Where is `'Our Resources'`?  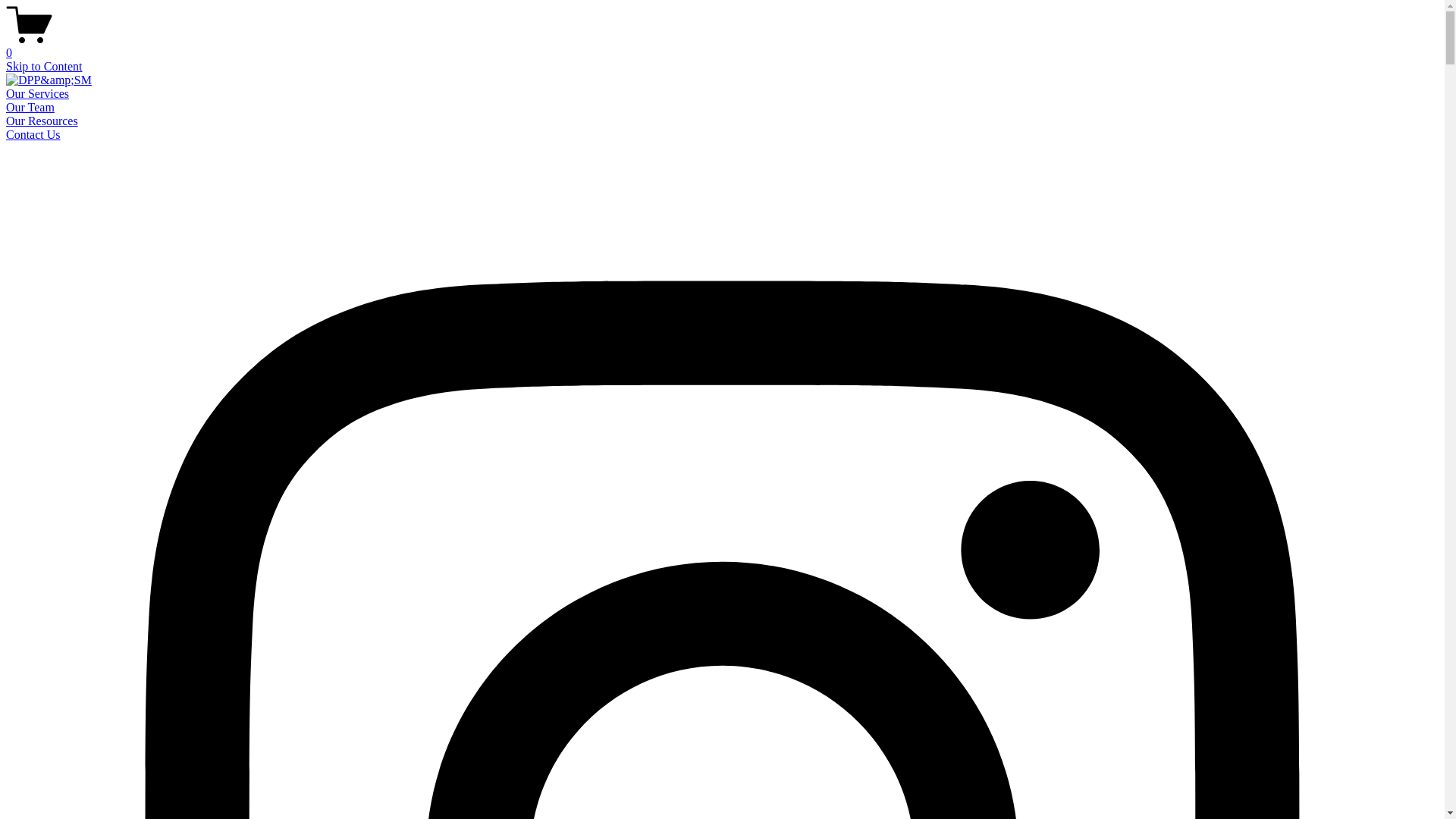 'Our Resources' is located at coordinates (42, 120).